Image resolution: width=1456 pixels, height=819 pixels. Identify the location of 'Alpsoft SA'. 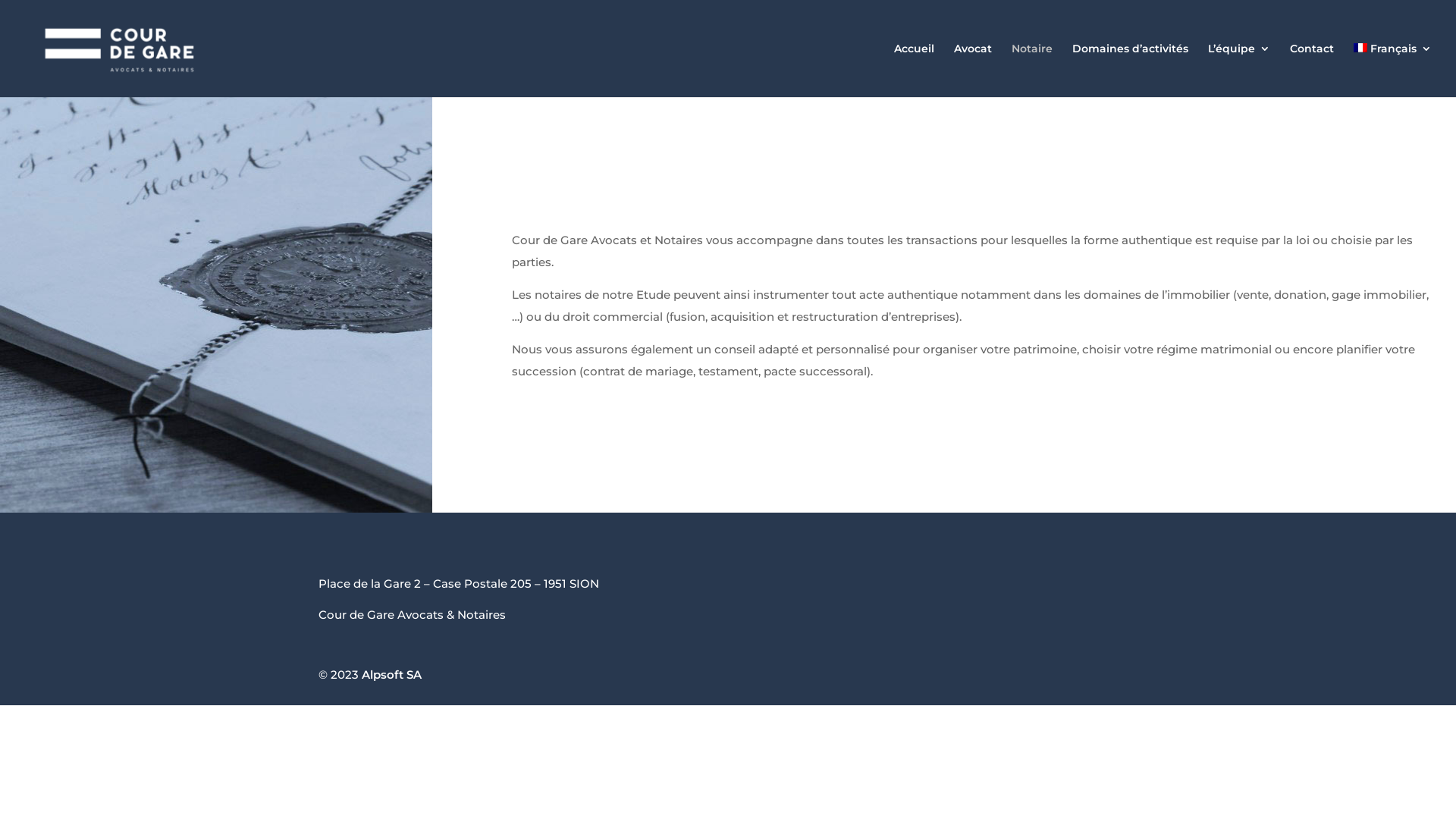
(391, 673).